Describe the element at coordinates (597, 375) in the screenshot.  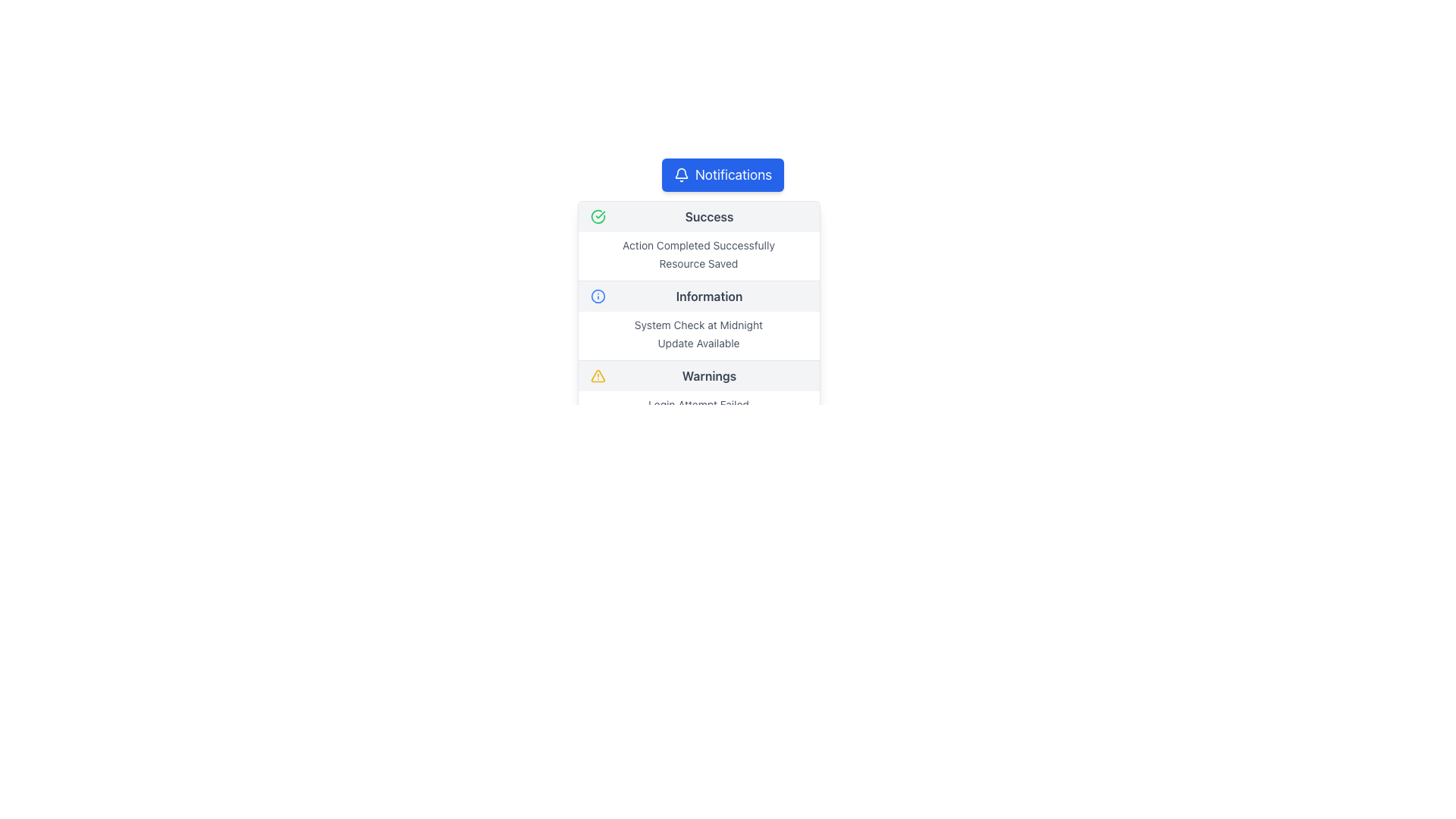
I see `the triangular warning icon with a bold yellow border that contains an exclamation mark, positioned to the left of the 'Warnings' label in the notification card` at that location.